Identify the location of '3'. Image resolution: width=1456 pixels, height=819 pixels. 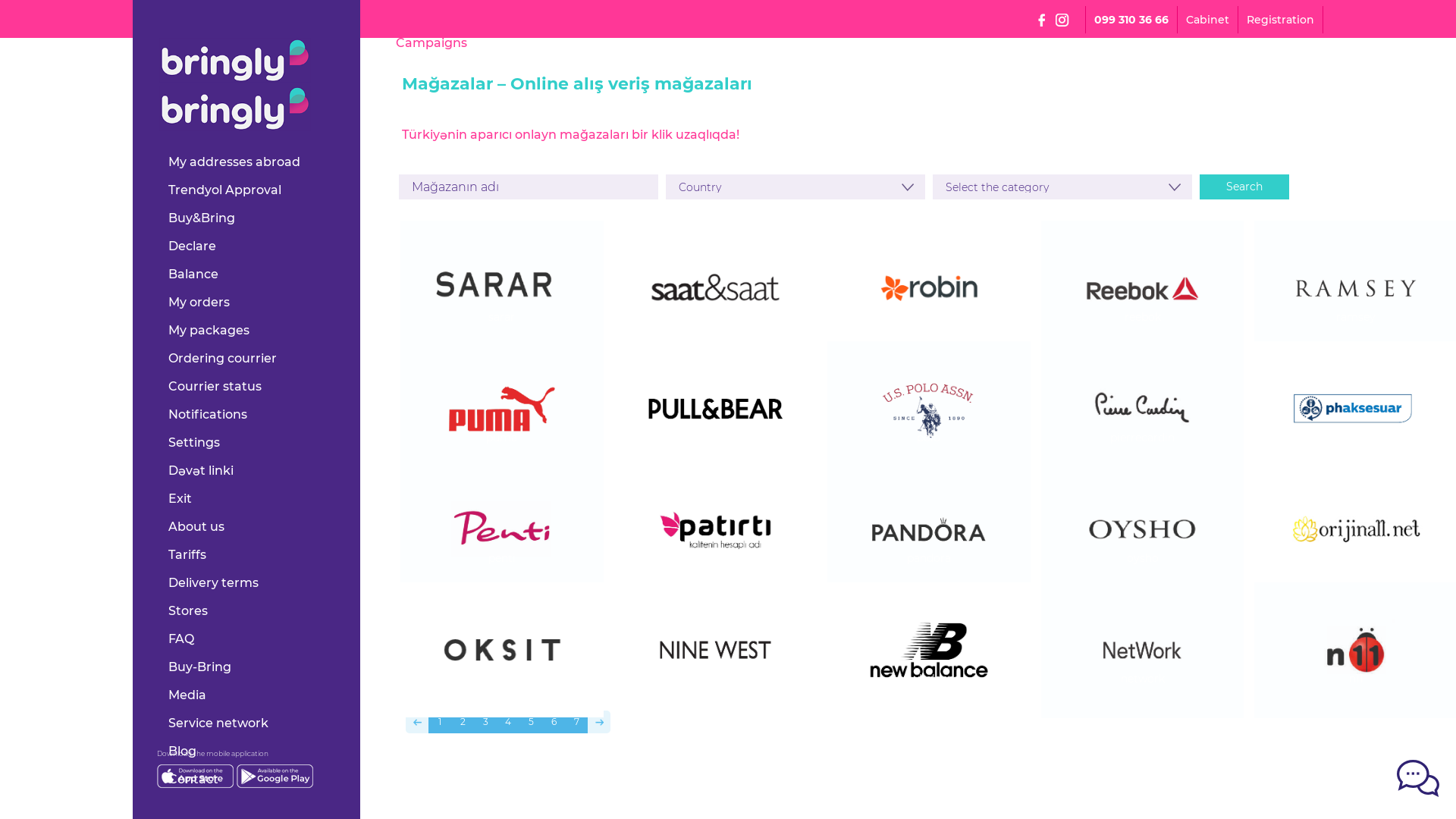
(484, 721).